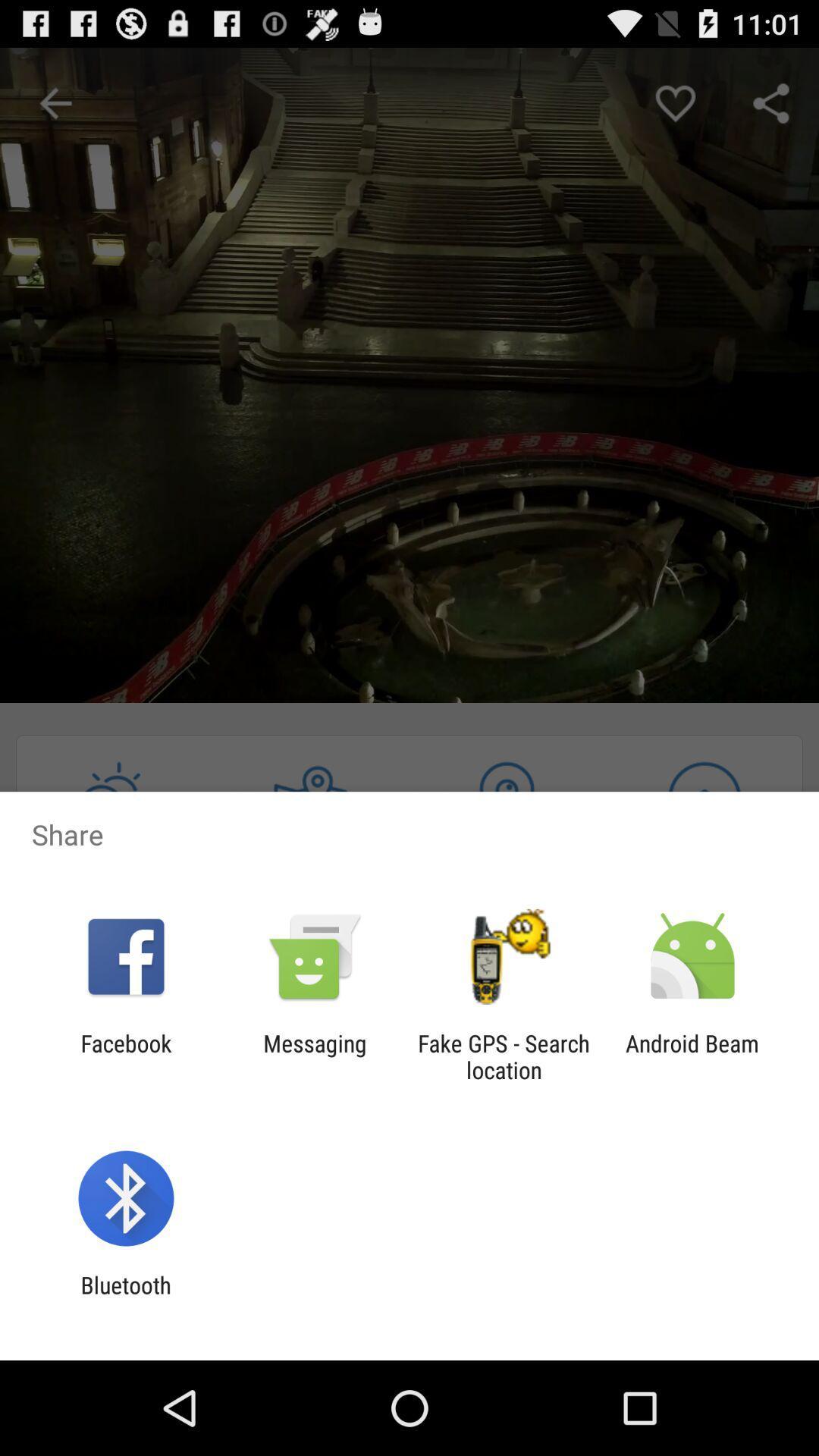 The height and width of the screenshot is (1456, 819). What do you see at coordinates (125, 1298) in the screenshot?
I see `bluetooth app` at bounding box center [125, 1298].